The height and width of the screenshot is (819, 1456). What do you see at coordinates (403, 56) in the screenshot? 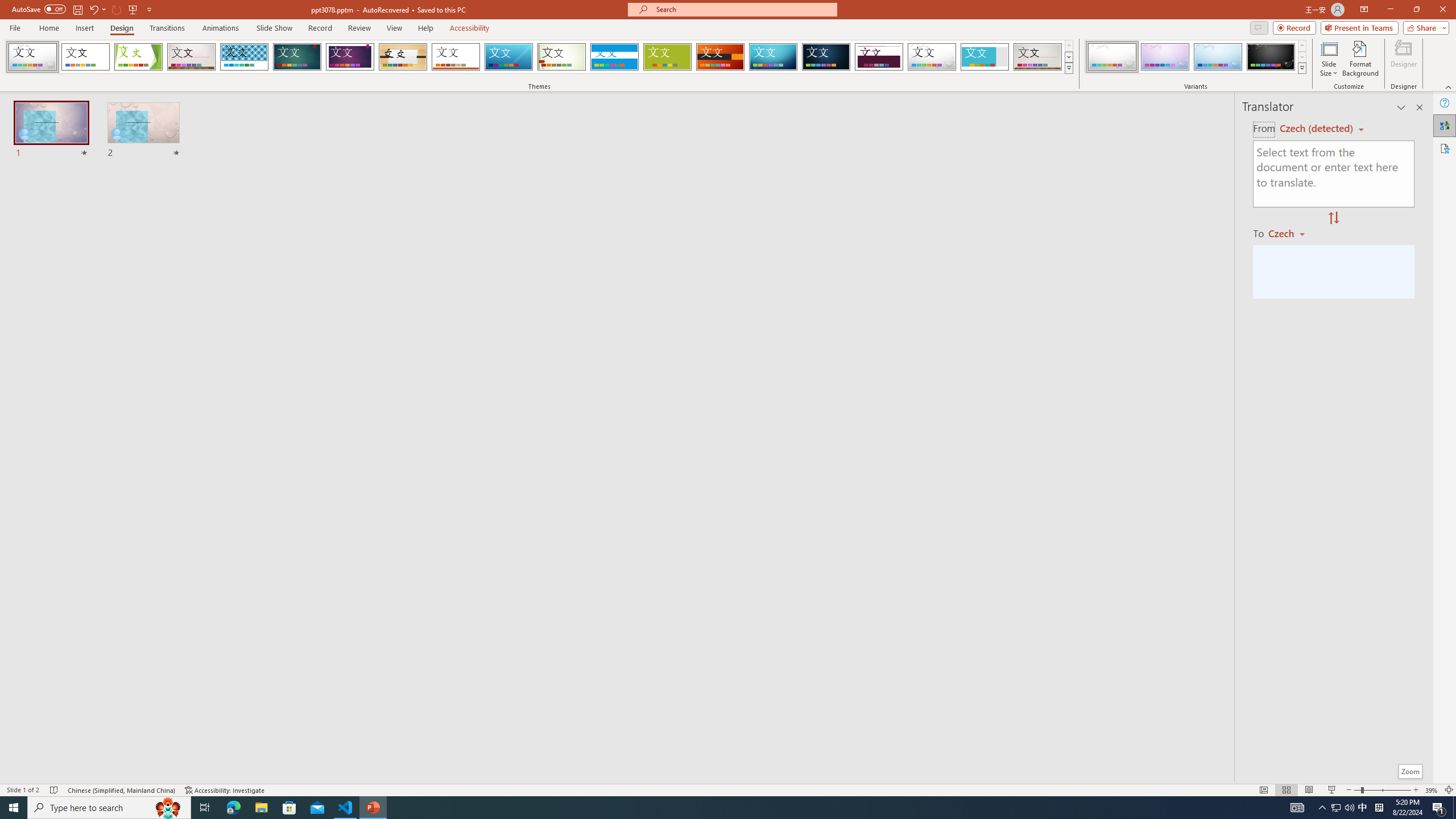
I see `'Organic'` at bounding box center [403, 56].